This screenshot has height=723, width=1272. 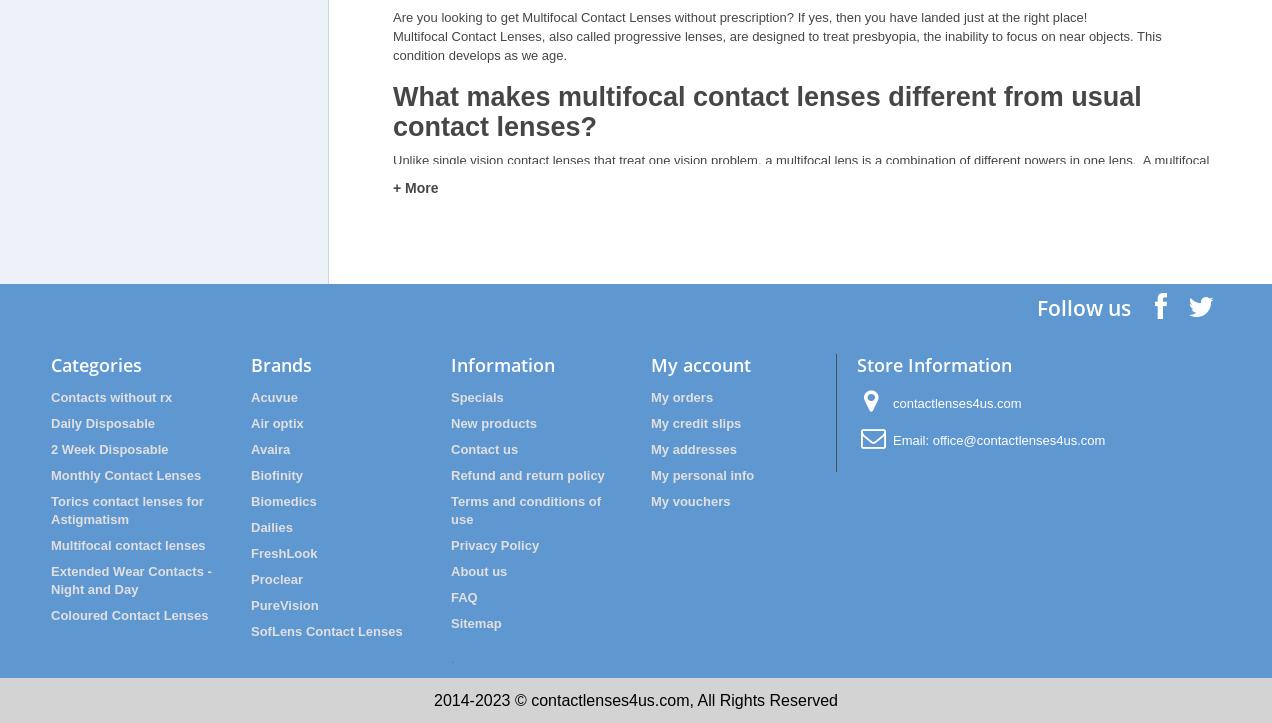 I want to click on 'Daily Disposable', so click(x=103, y=421).